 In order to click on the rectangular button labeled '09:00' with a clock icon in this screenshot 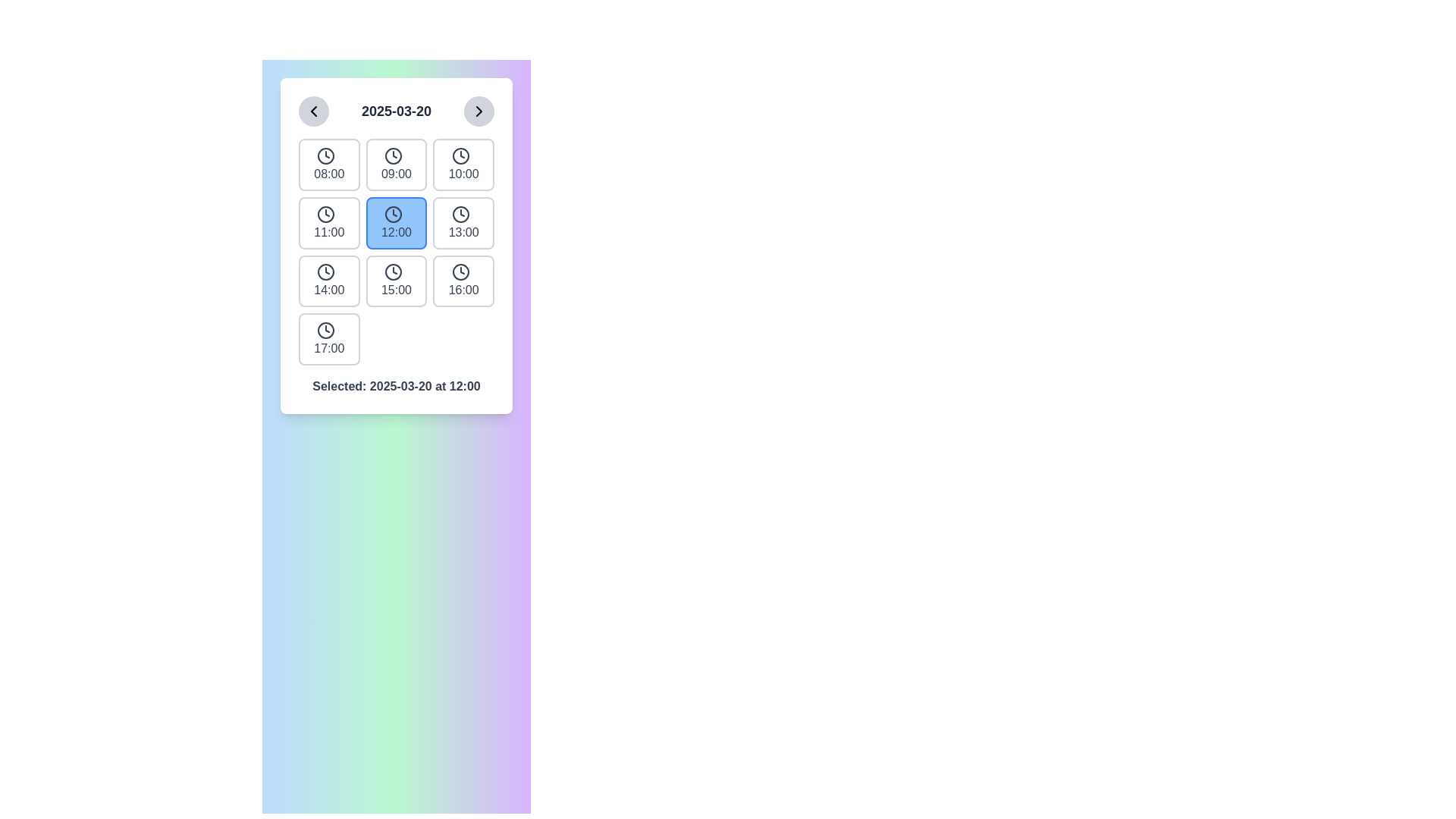, I will do `click(397, 165)`.